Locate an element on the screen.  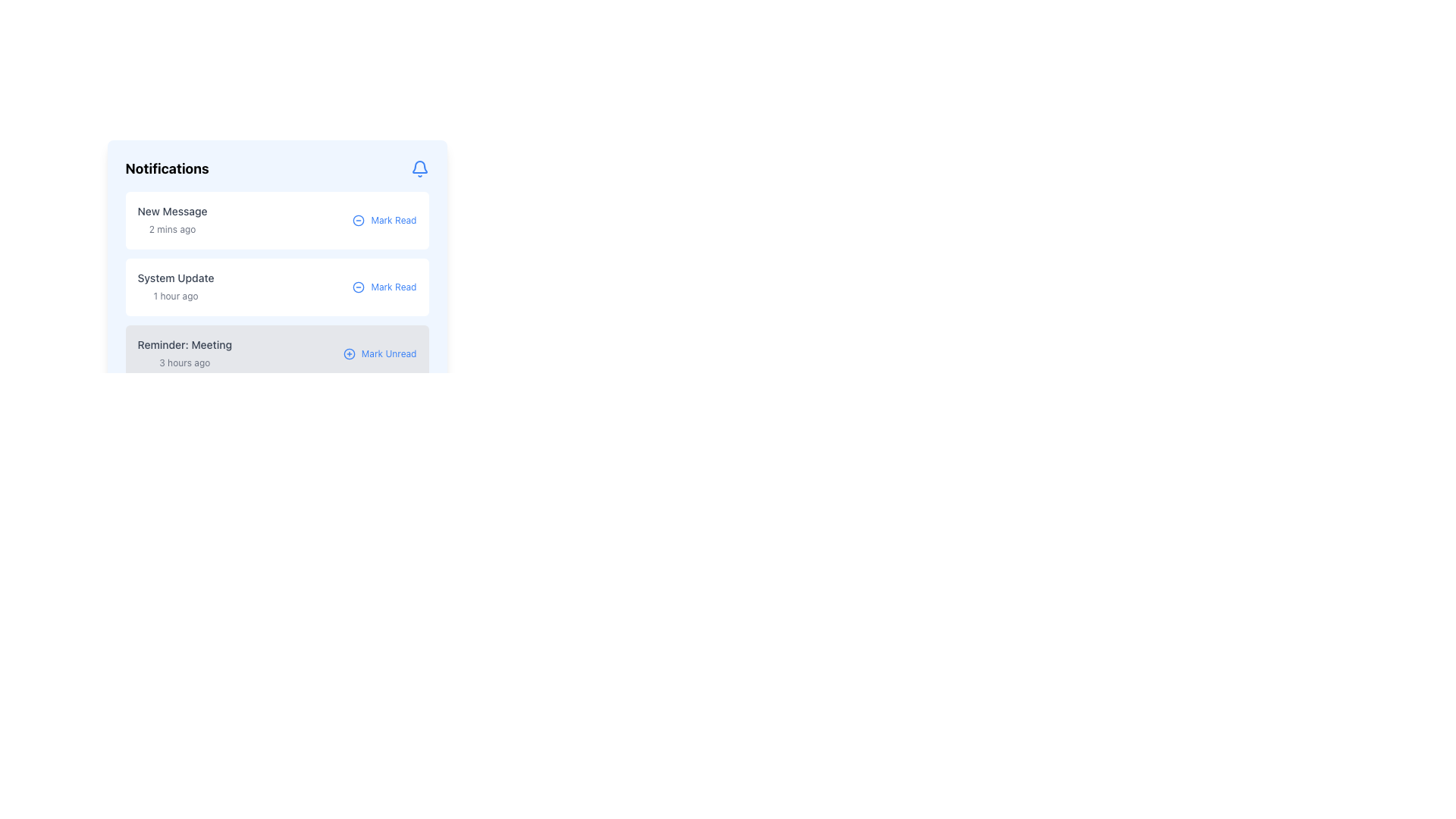
the text label indicating the notifications center located at the top-left of the notification panel is located at coordinates (167, 169).